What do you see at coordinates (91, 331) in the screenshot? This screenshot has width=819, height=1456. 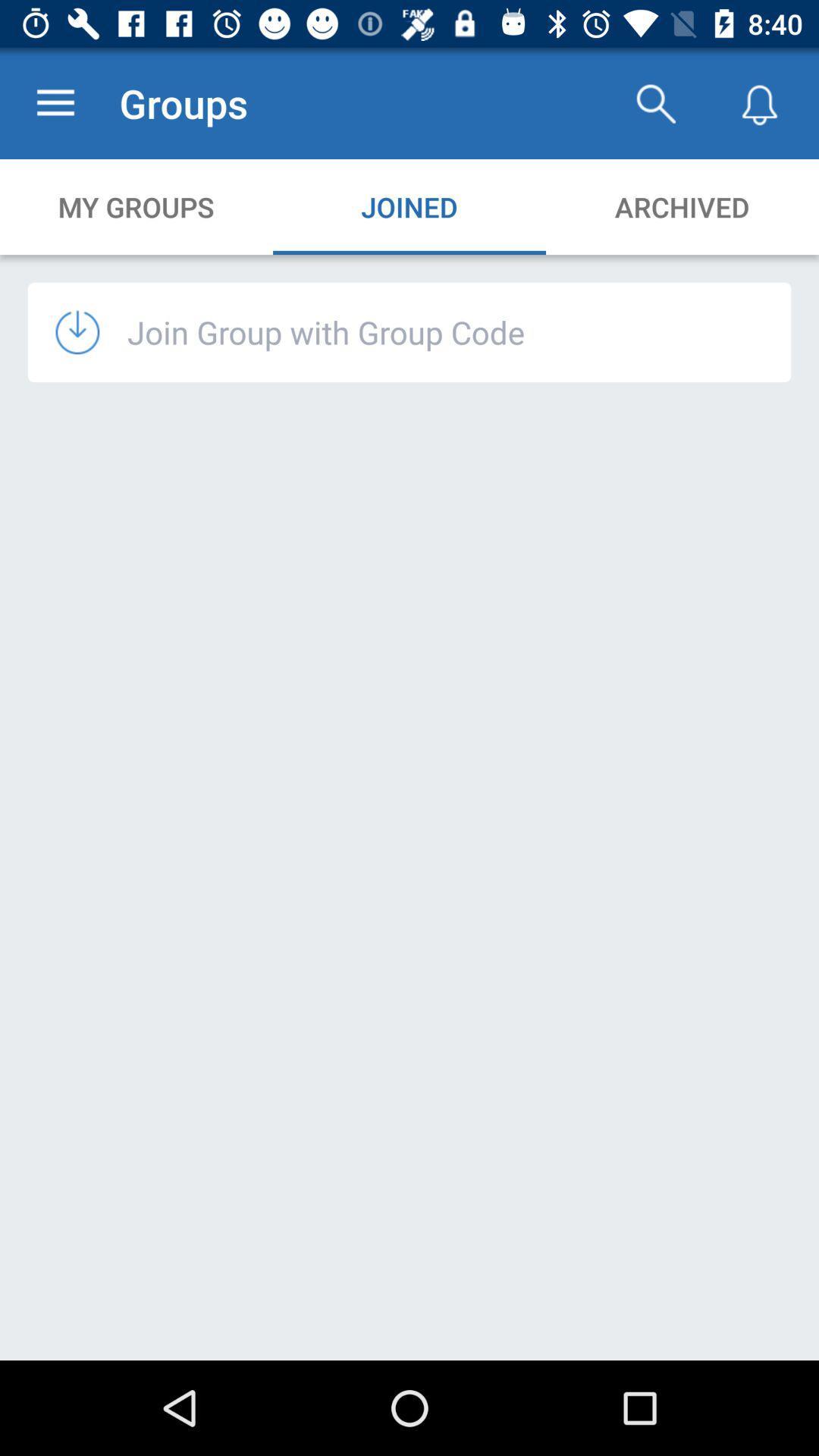 I see `icon next to join group with icon` at bounding box center [91, 331].